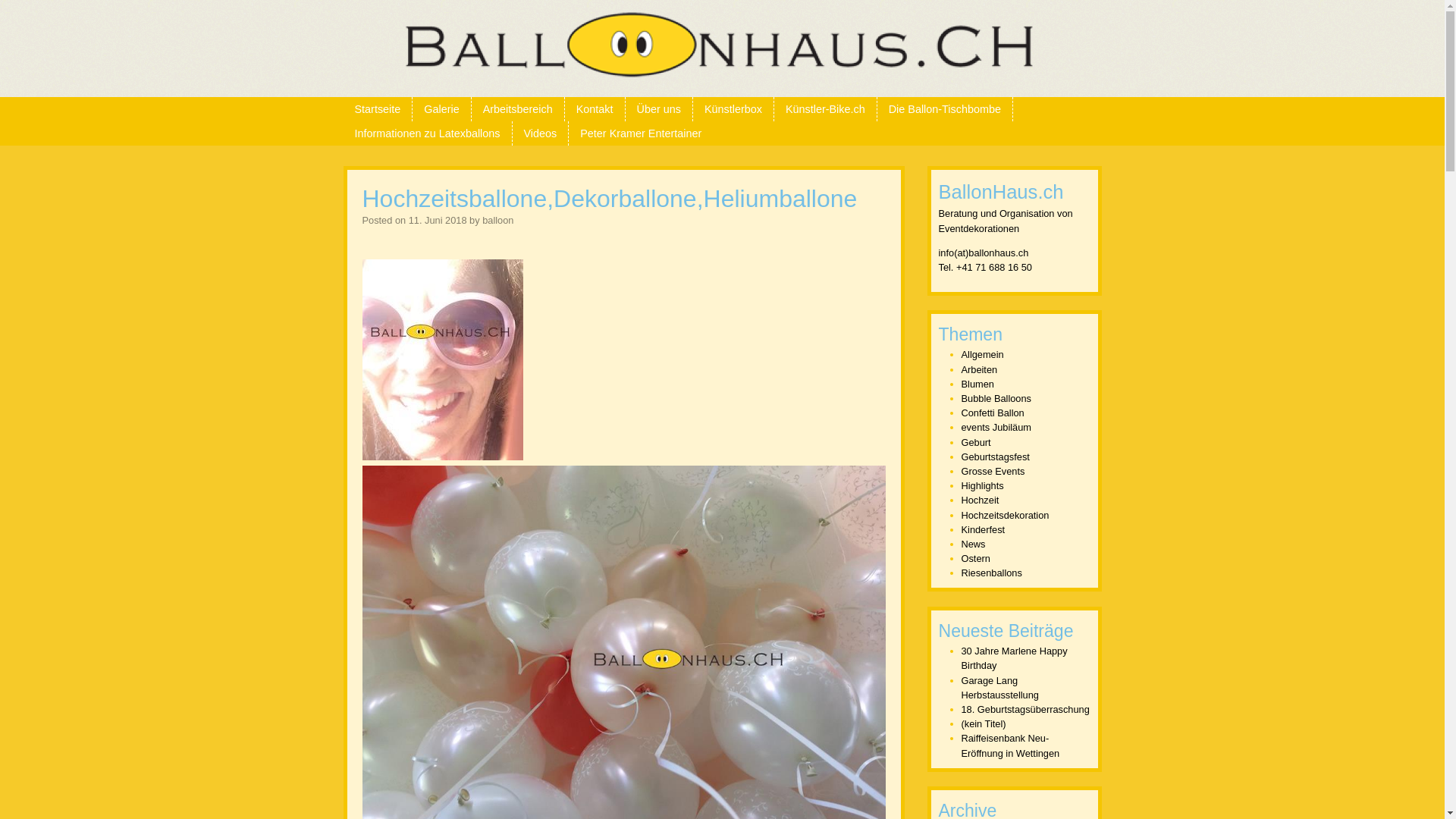 Image resolution: width=1456 pixels, height=819 pixels. Describe the element at coordinates (640, 133) in the screenshot. I see `'Peter Kramer Entertainer'` at that location.